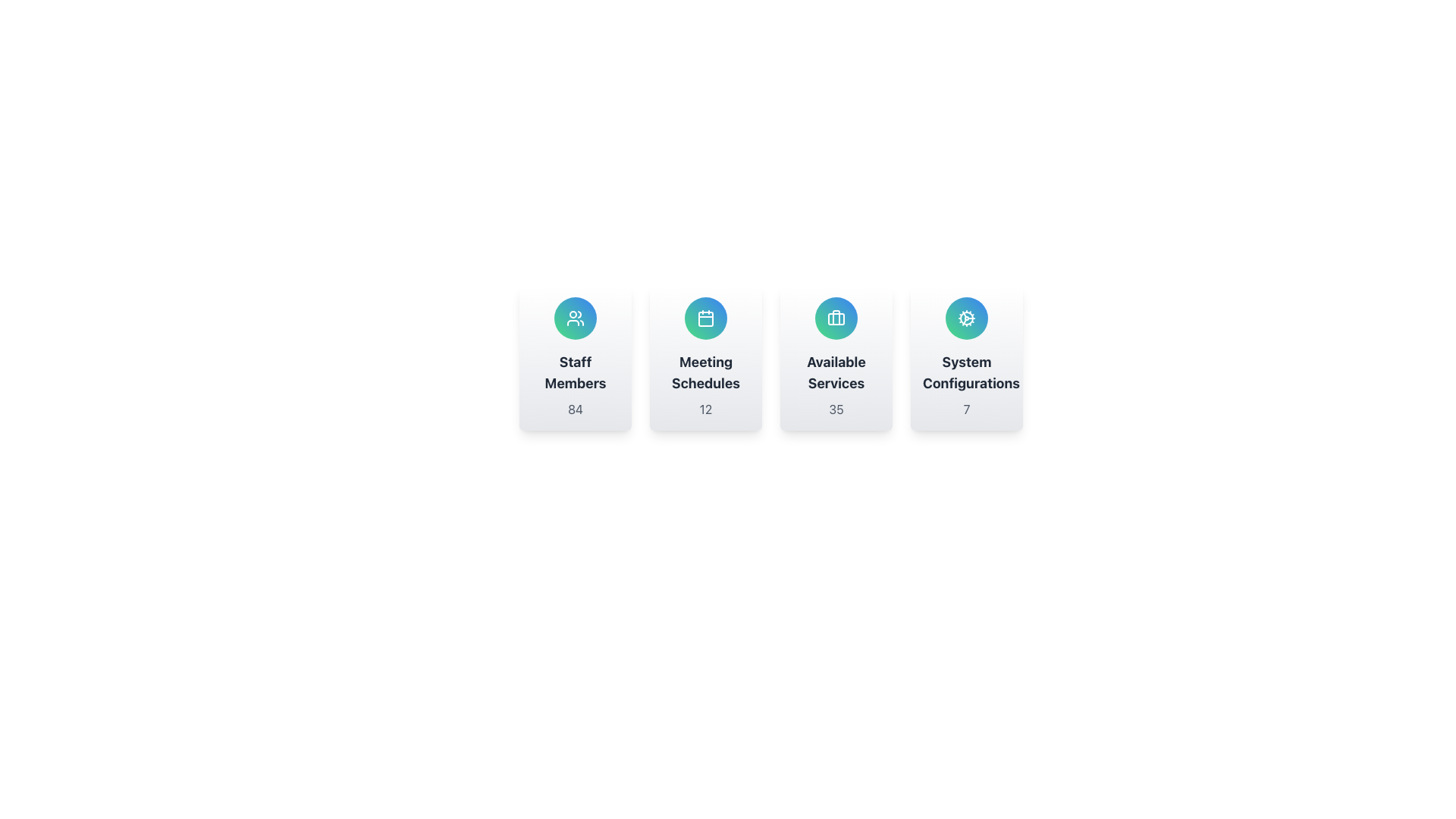 This screenshot has height=819, width=1456. I want to click on the icon button representing the 'Available Services' section, located above the text 'Available Services' and the number '35' in the card layout, so click(836, 318).